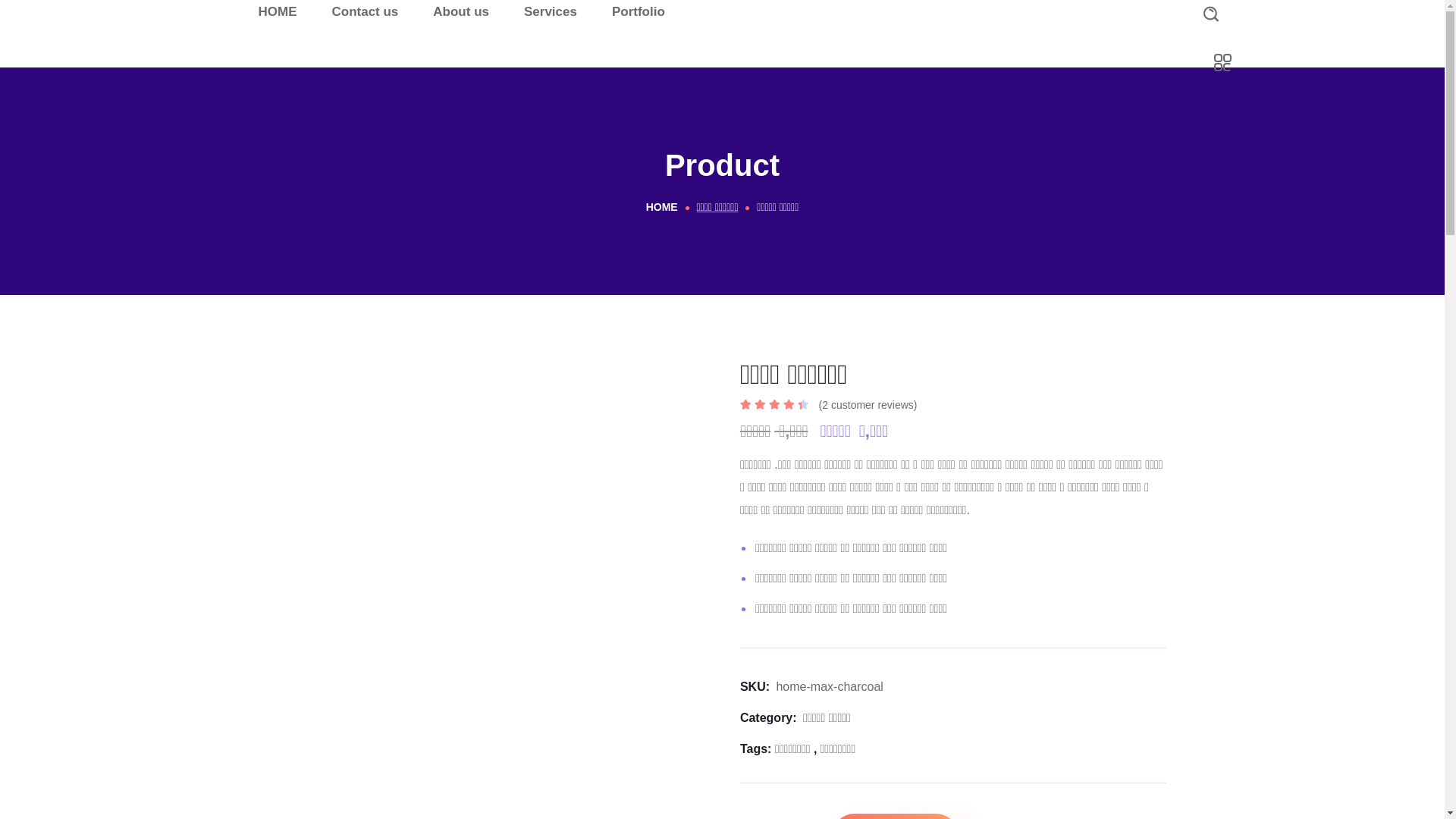  What do you see at coordinates (868, 403) in the screenshot?
I see `'(2 customer reviews)'` at bounding box center [868, 403].